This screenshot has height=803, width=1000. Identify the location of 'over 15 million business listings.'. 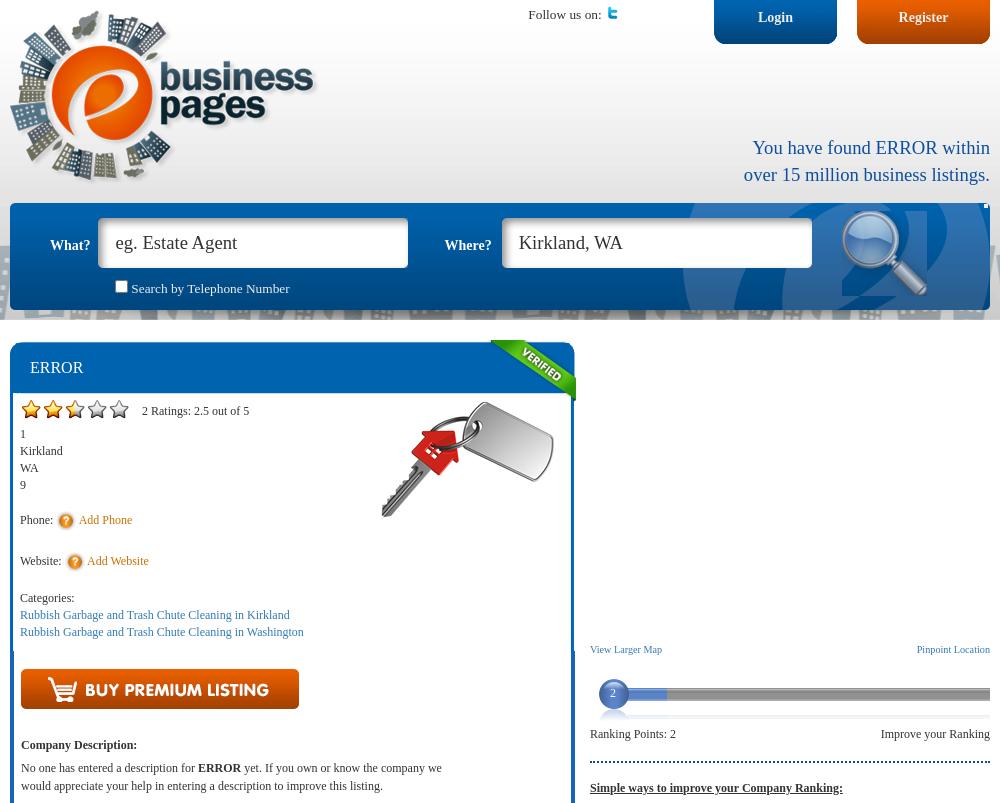
(865, 172).